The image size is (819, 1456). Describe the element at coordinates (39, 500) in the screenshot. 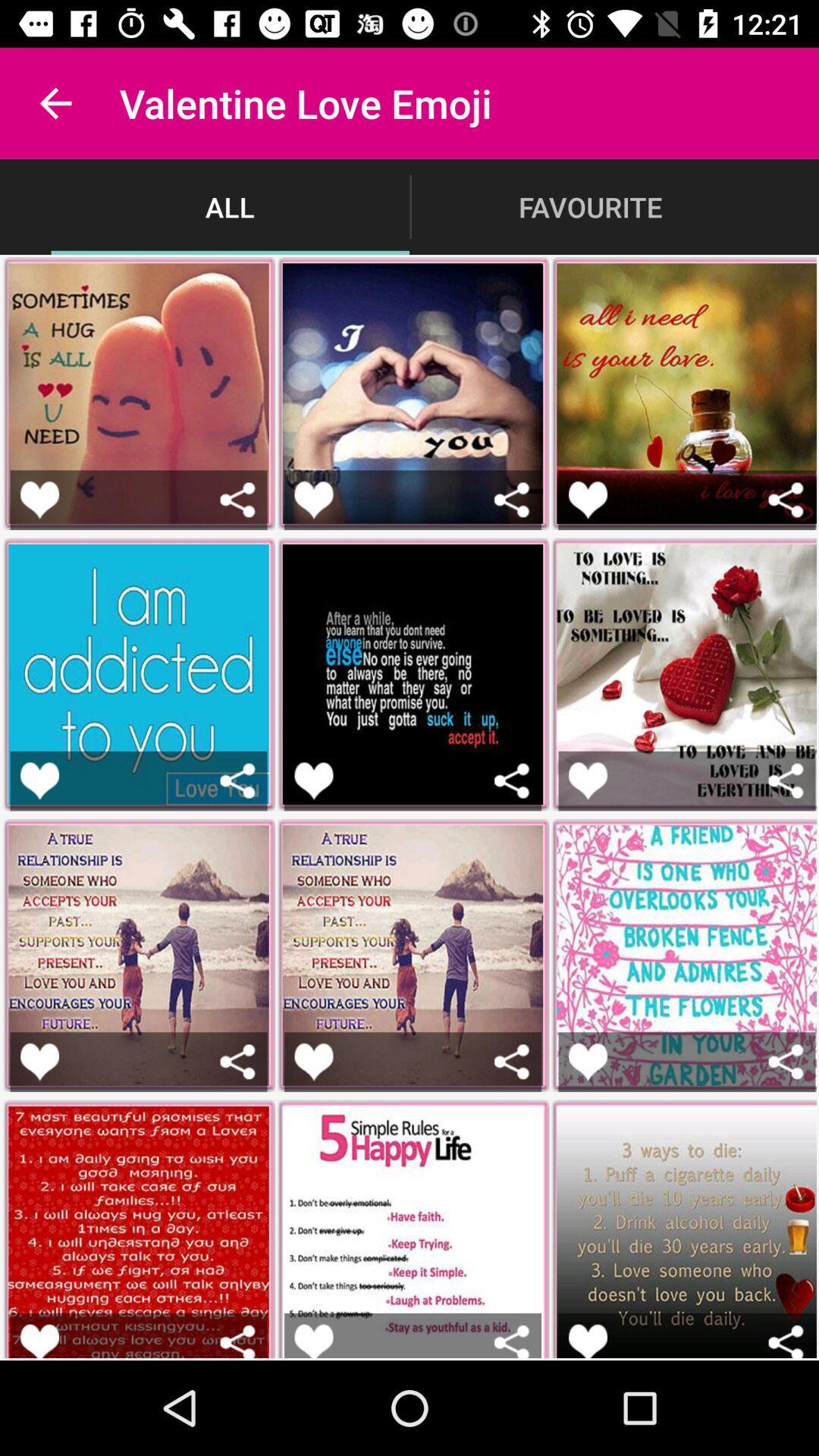

I see `like the picture` at that location.